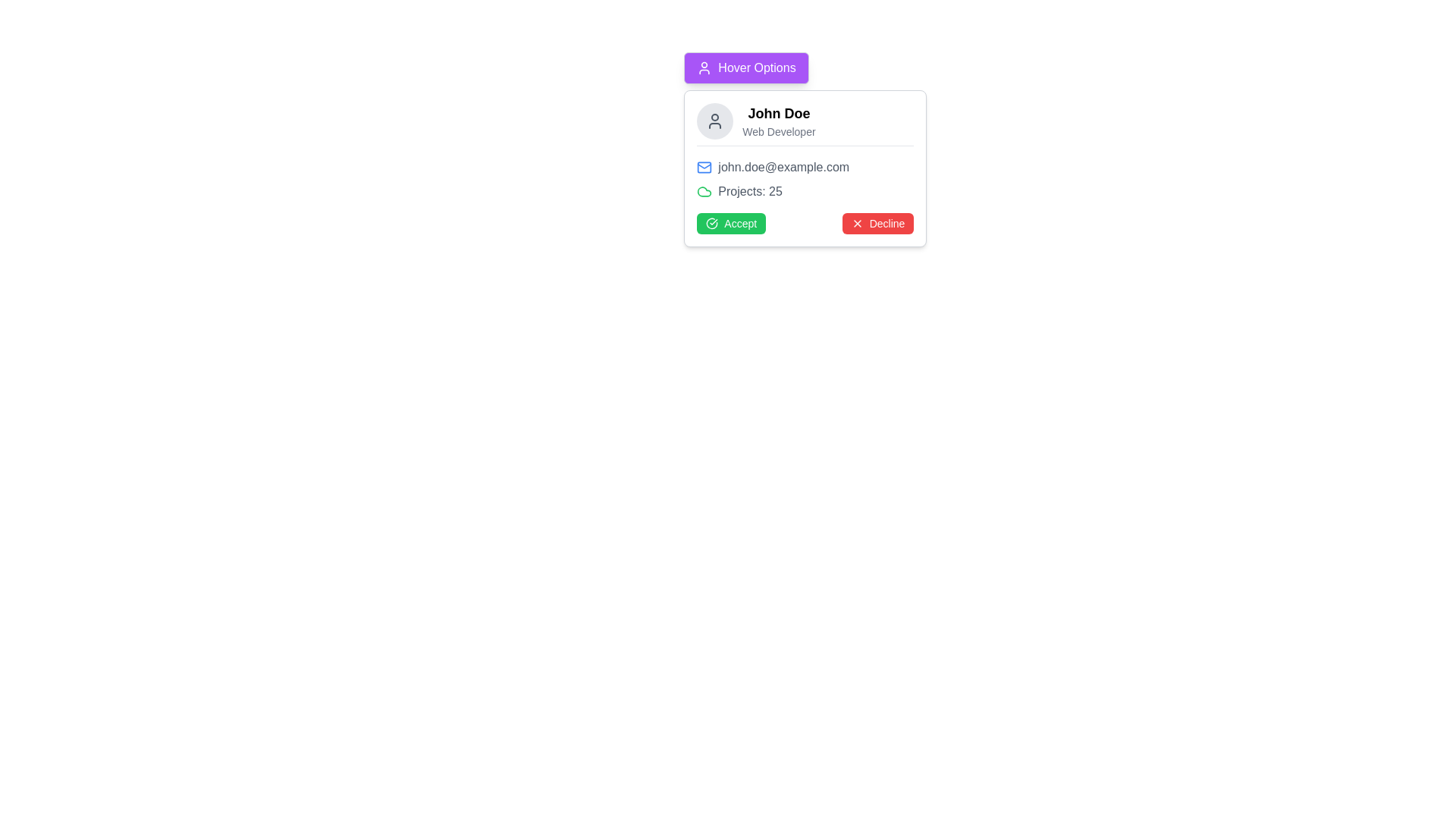 This screenshot has width=1456, height=819. I want to click on the green cloud-shaped icon indicating active status, located to the left of the 'Projects: 25' text, so click(704, 191).